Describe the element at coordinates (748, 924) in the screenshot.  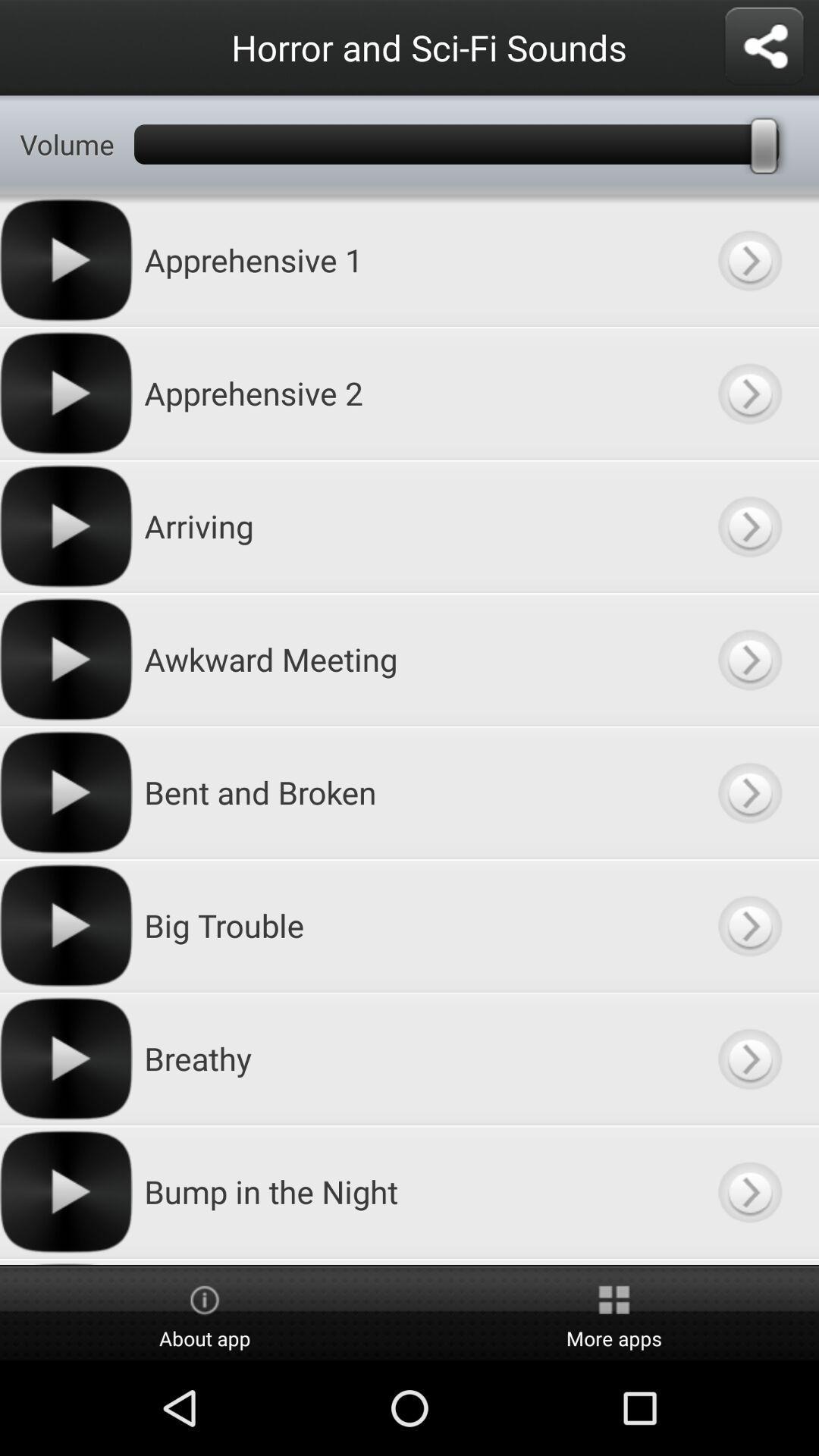
I see `details` at that location.